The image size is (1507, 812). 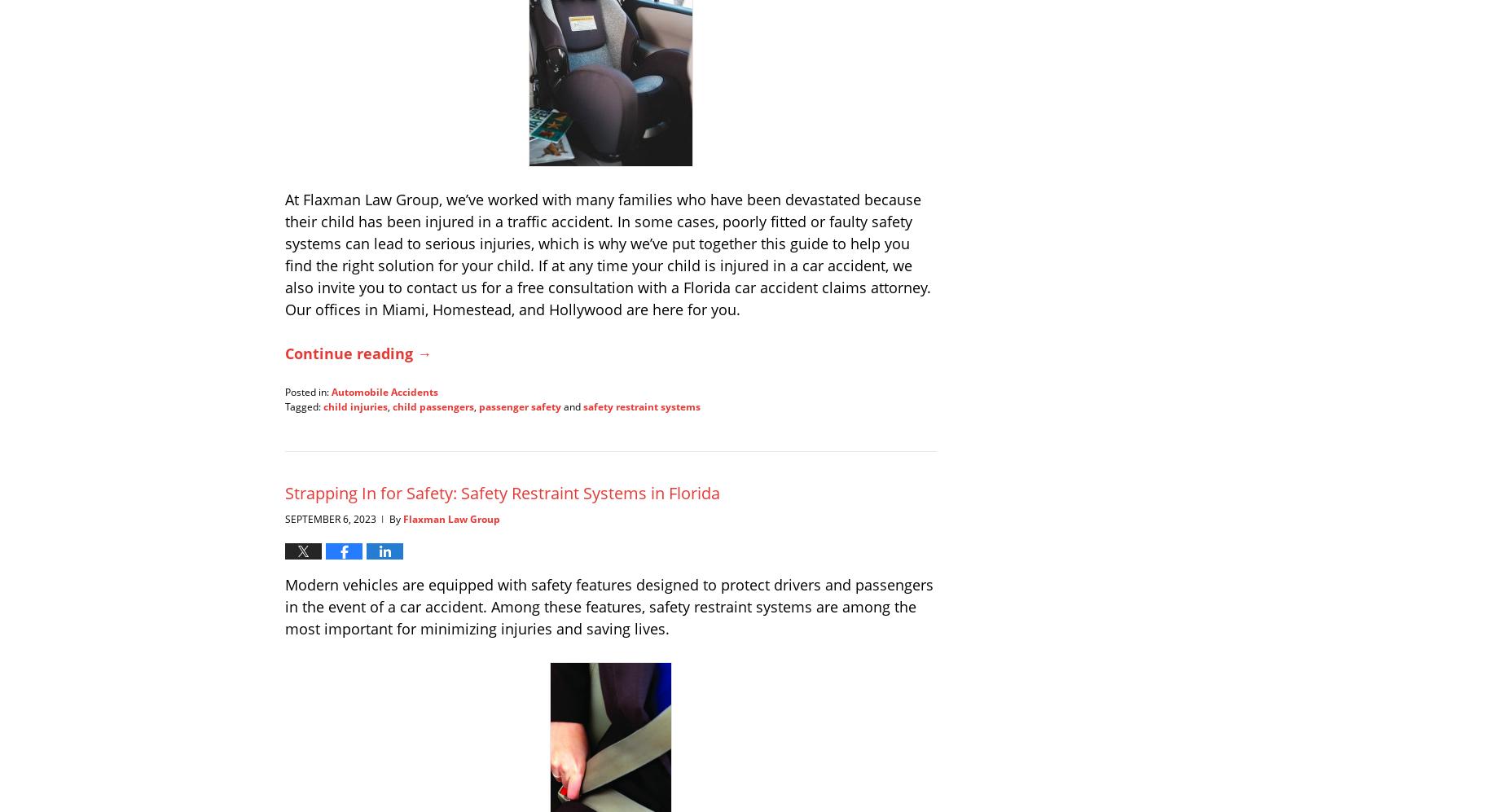 I want to click on 'Posted in:', so click(x=284, y=391).